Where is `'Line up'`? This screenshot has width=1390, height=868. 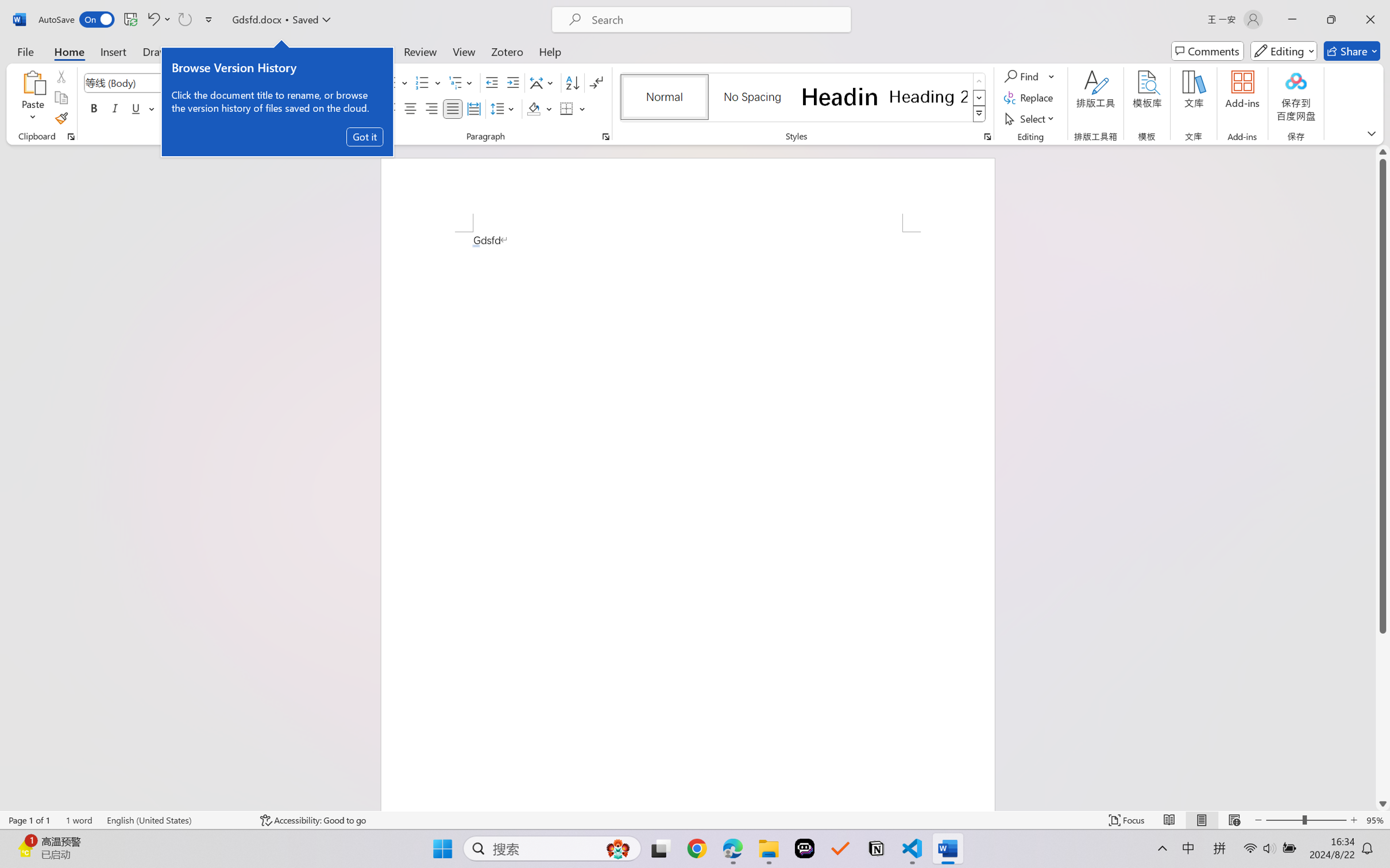 'Line up' is located at coordinates (1383, 152).